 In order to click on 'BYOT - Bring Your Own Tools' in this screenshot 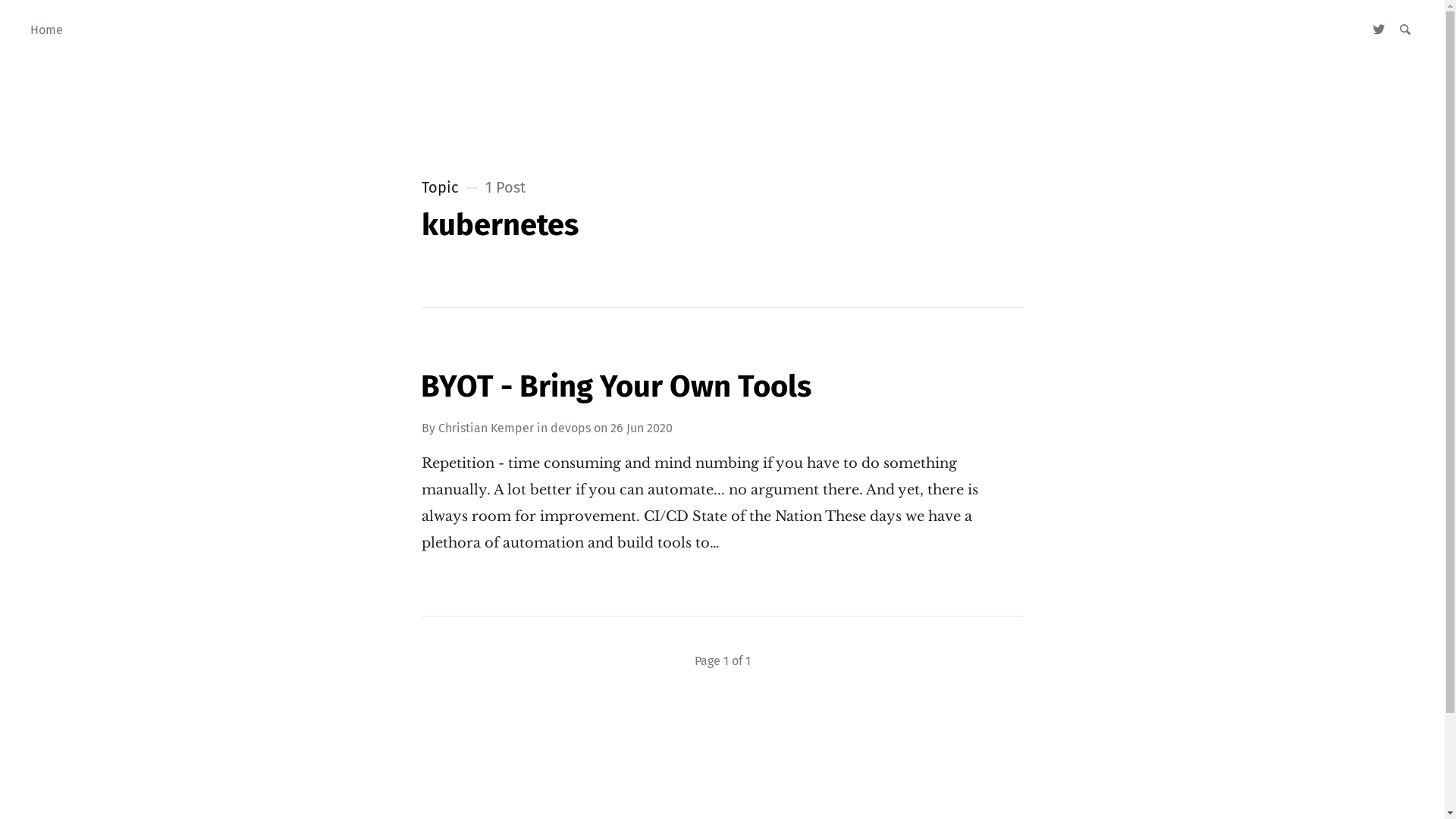, I will do `click(616, 385)`.